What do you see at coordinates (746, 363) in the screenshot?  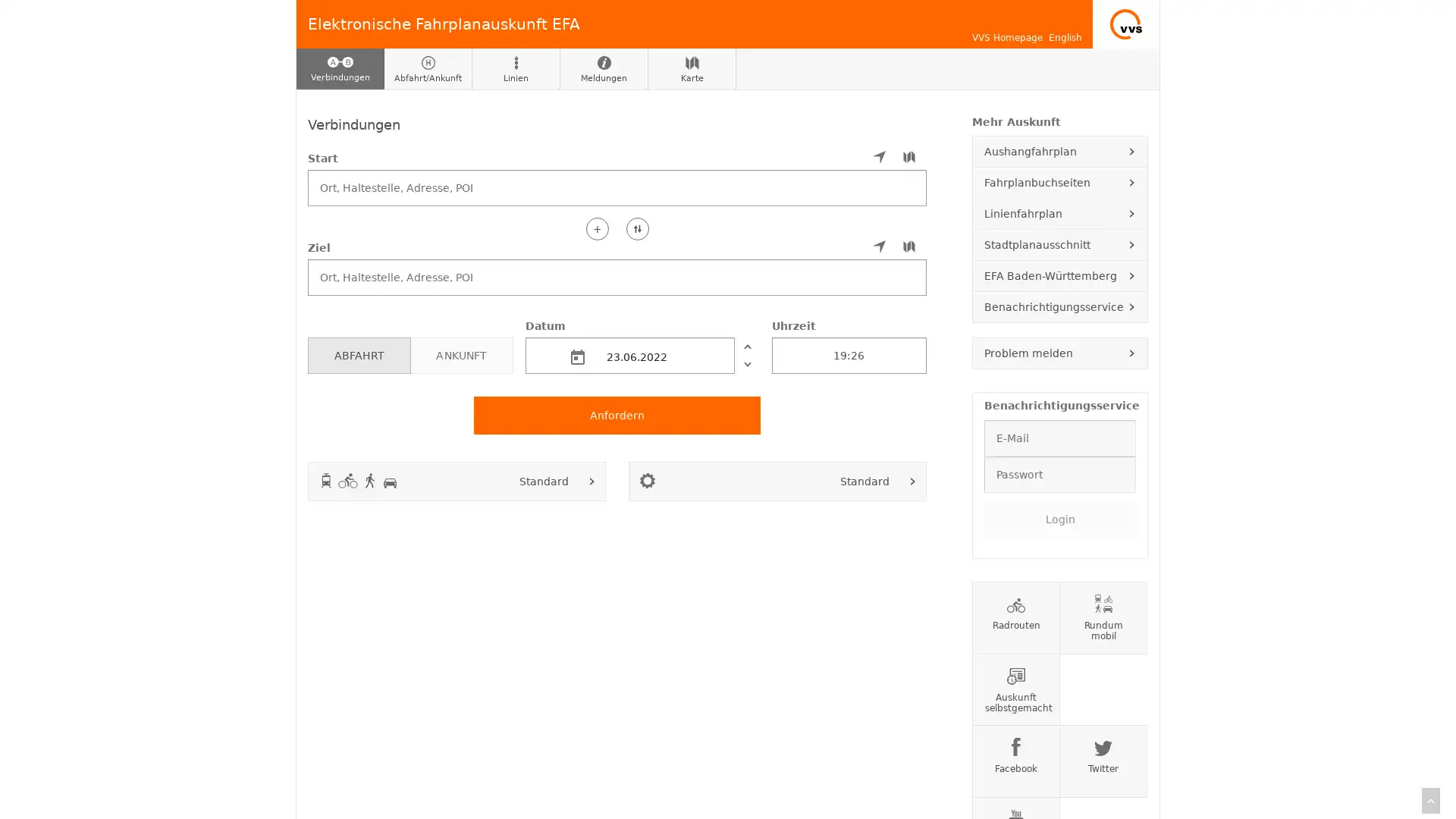 I see `nachher` at bounding box center [746, 363].